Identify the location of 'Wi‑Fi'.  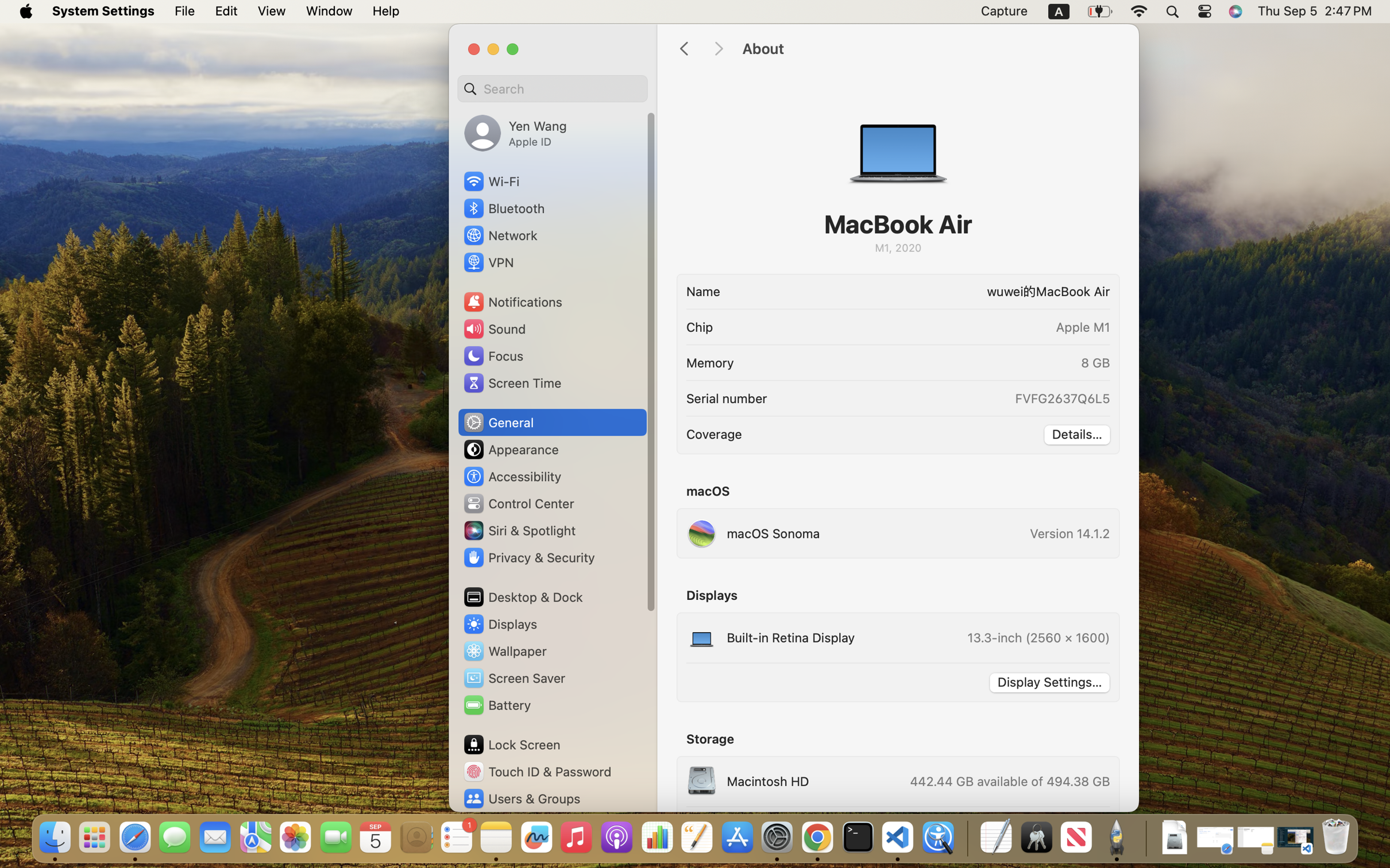
(491, 181).